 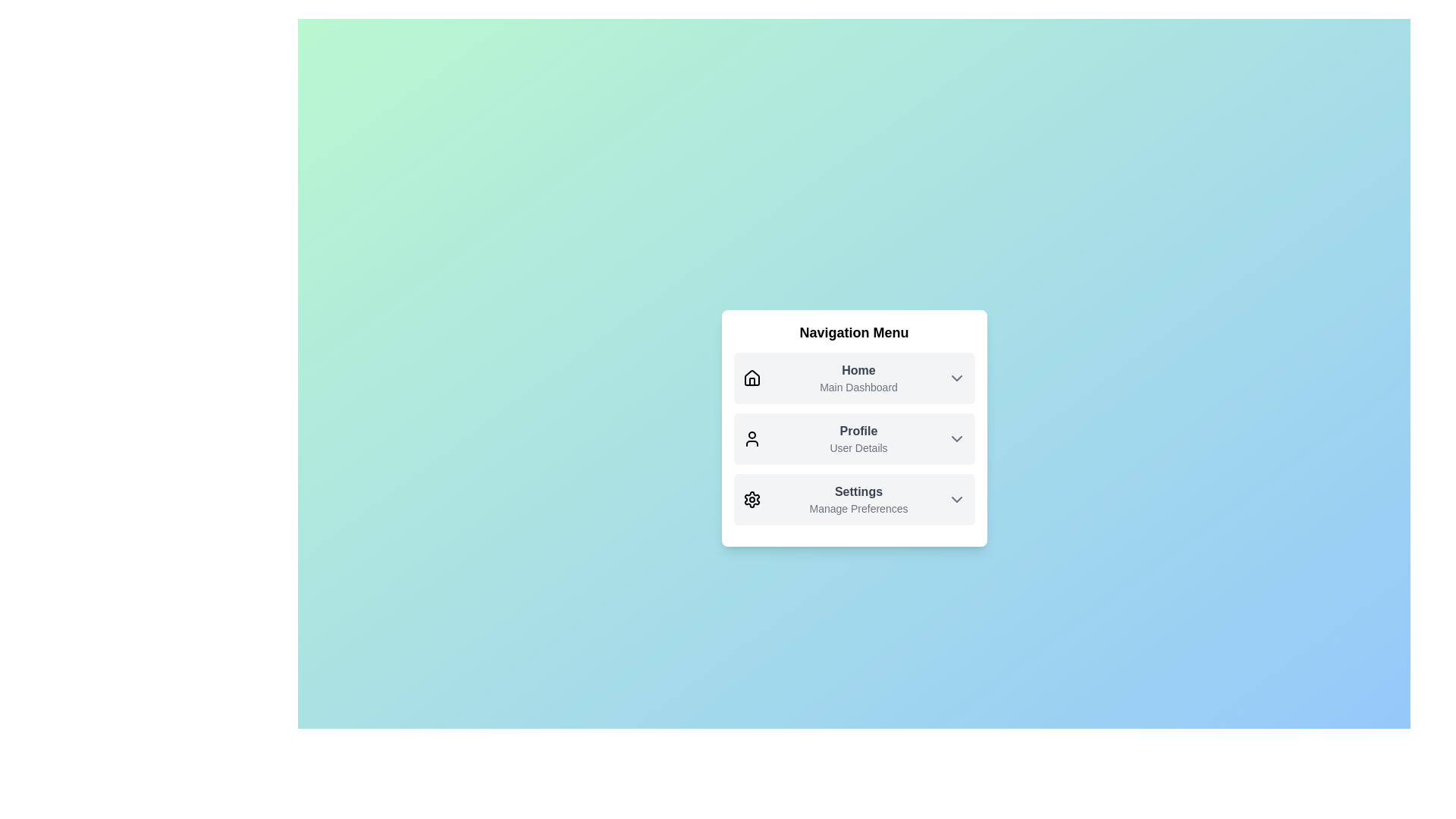 I want to click on the menu item Home to navigate, so click(x=854, y=377).